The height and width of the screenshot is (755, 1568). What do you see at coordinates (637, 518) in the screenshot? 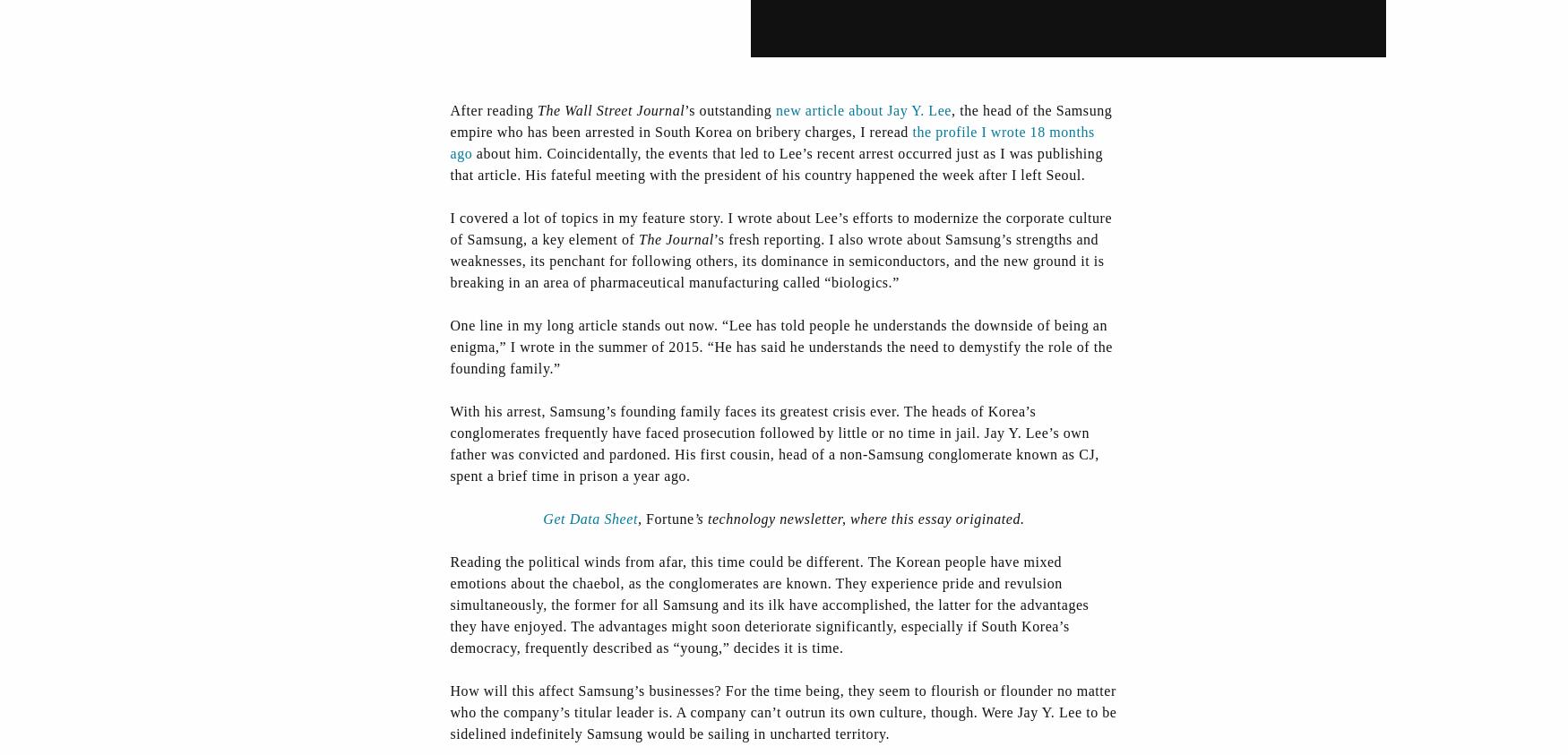
I see `','` at bounding box center [637, 518].